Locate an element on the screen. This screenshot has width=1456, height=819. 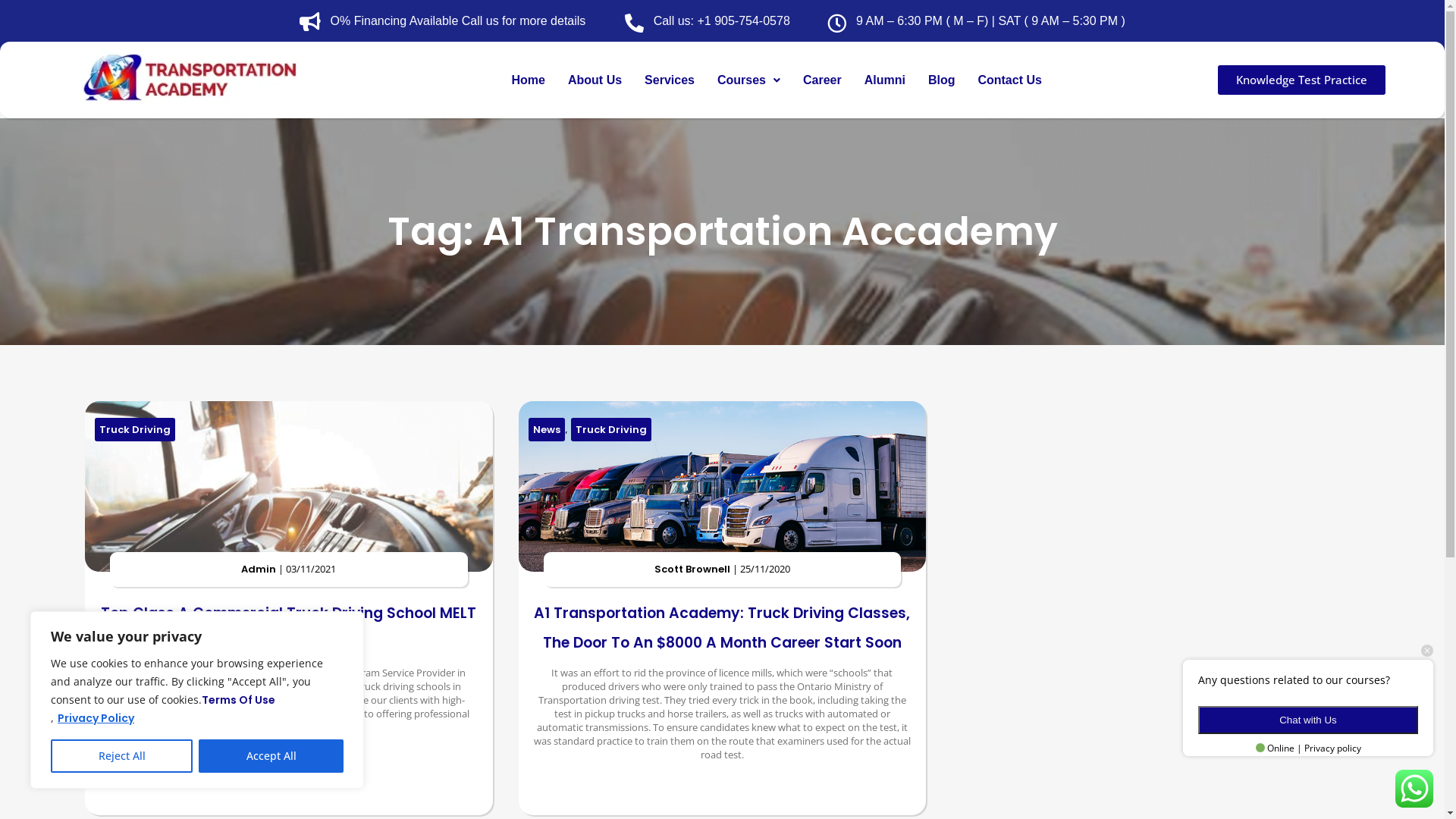
'Reject All' is located at coordinates (121, 755).